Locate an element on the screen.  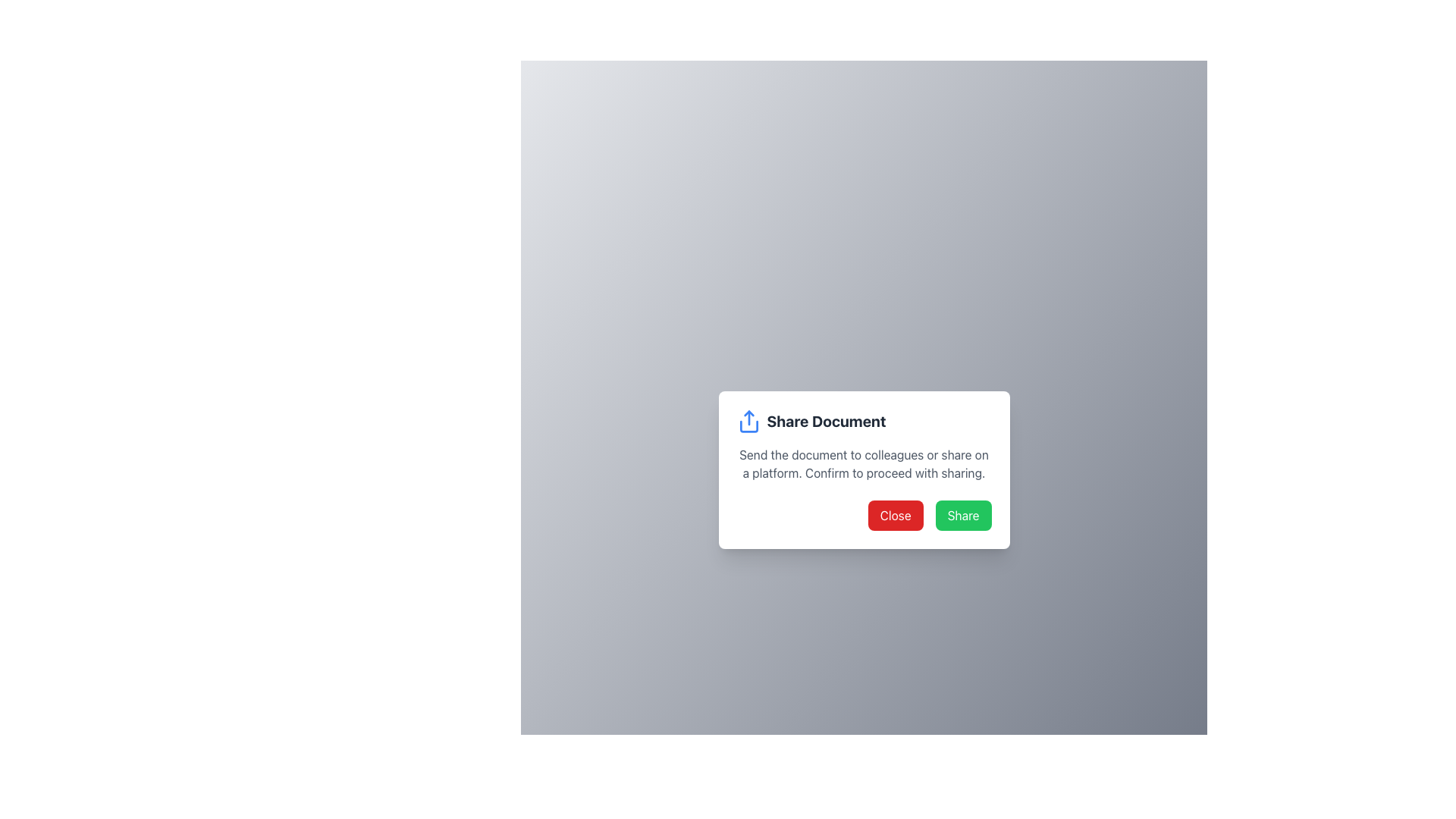
the Header with Icon that indicates the purpose of the modal dialog for sharing a document is located at coordinates (864, 421).